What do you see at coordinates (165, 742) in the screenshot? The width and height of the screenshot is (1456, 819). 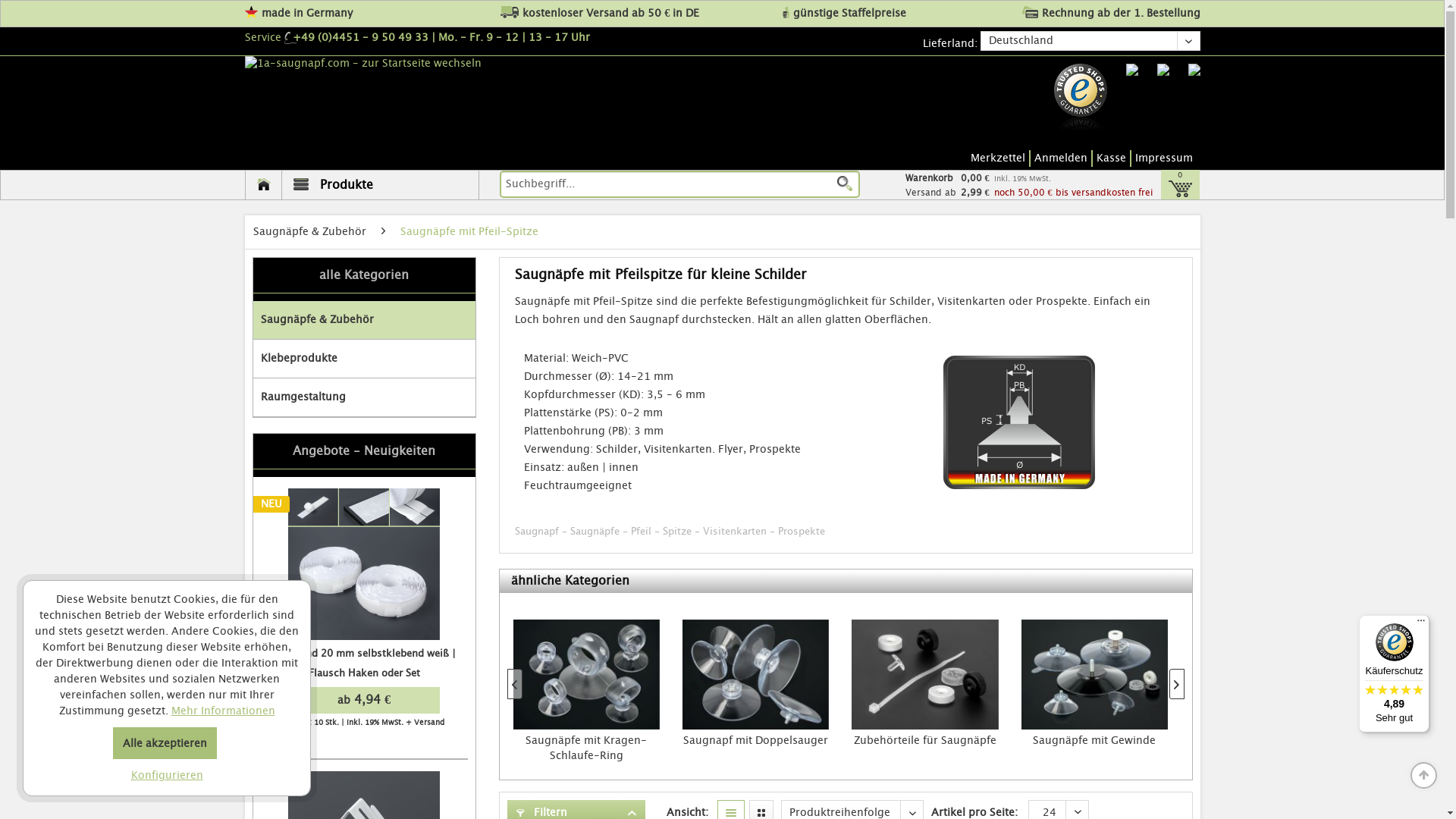 I see `'Alle akzeptieren'` at bounding box center [165, 742].